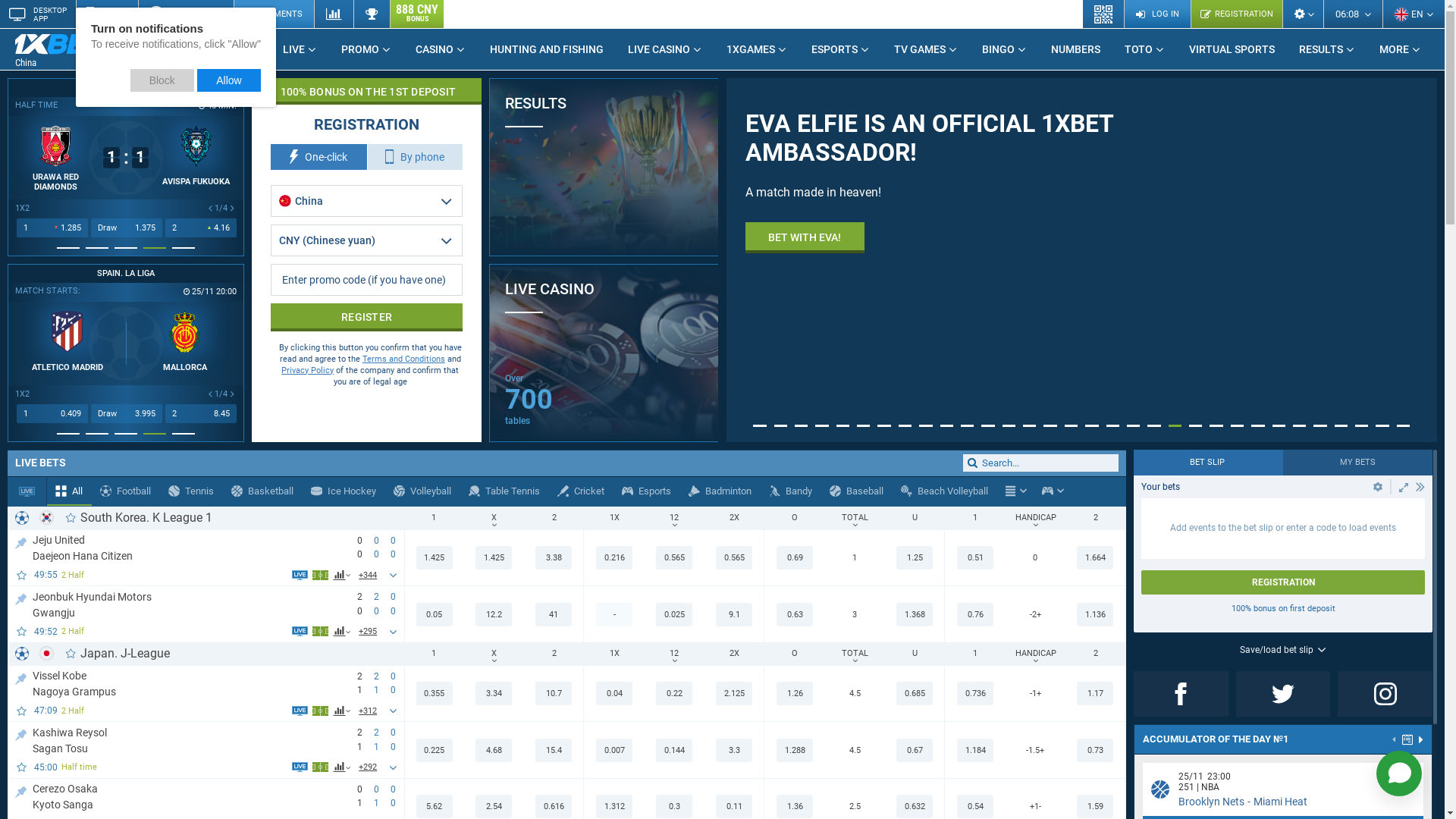  What do you see at coordinates (422, 491) in the screenshot?
I see `'Volleyball'` at bounding box center [422, 491].